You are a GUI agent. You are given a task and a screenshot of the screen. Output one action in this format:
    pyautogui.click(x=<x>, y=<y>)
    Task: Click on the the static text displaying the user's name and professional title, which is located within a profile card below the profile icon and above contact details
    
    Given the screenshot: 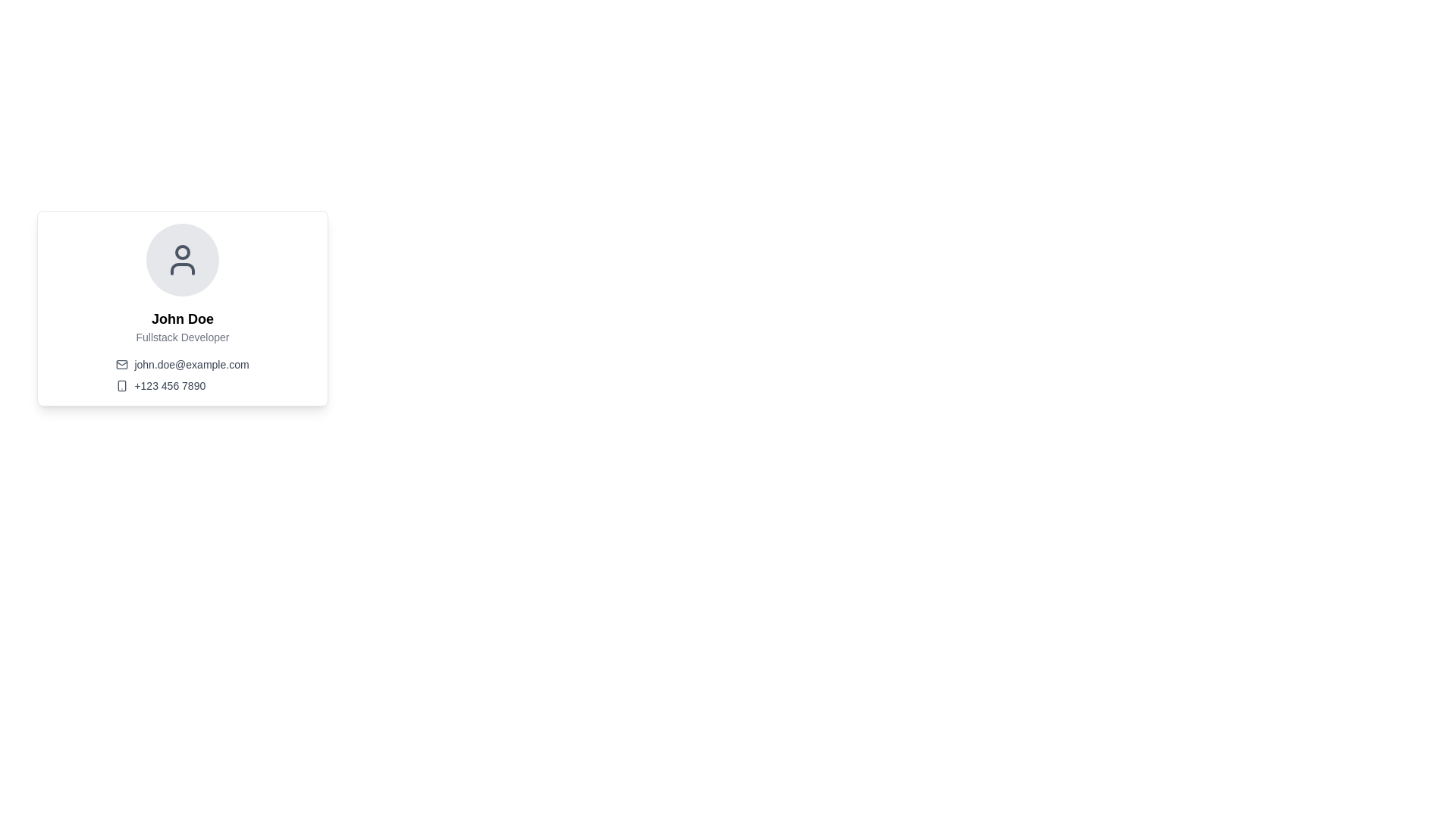 What is the action you would take?
    pyautogui.click(x=182, y=326)
    